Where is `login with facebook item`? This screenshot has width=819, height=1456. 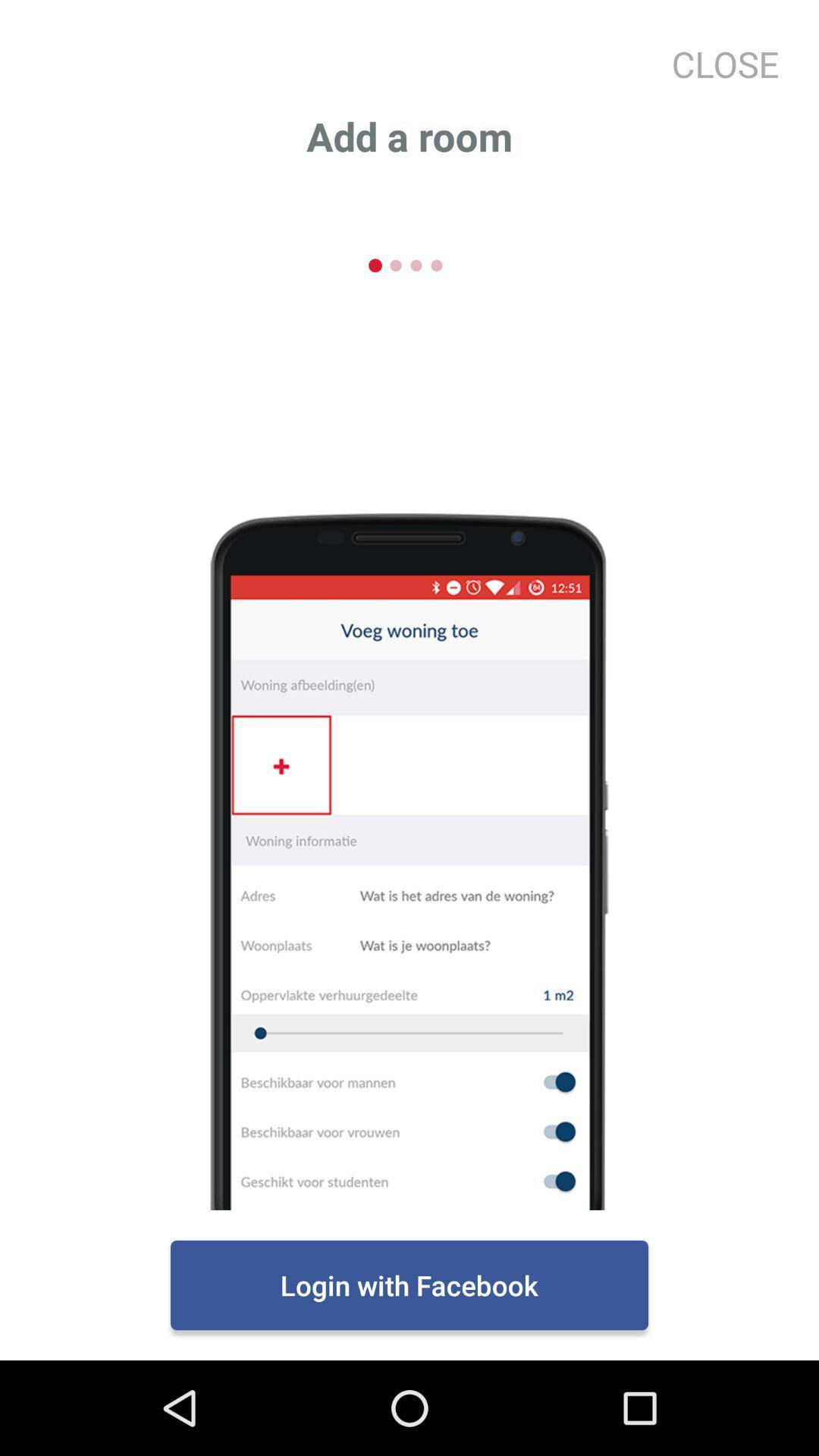
login with facebook item is located at coordinates (409, 1284).